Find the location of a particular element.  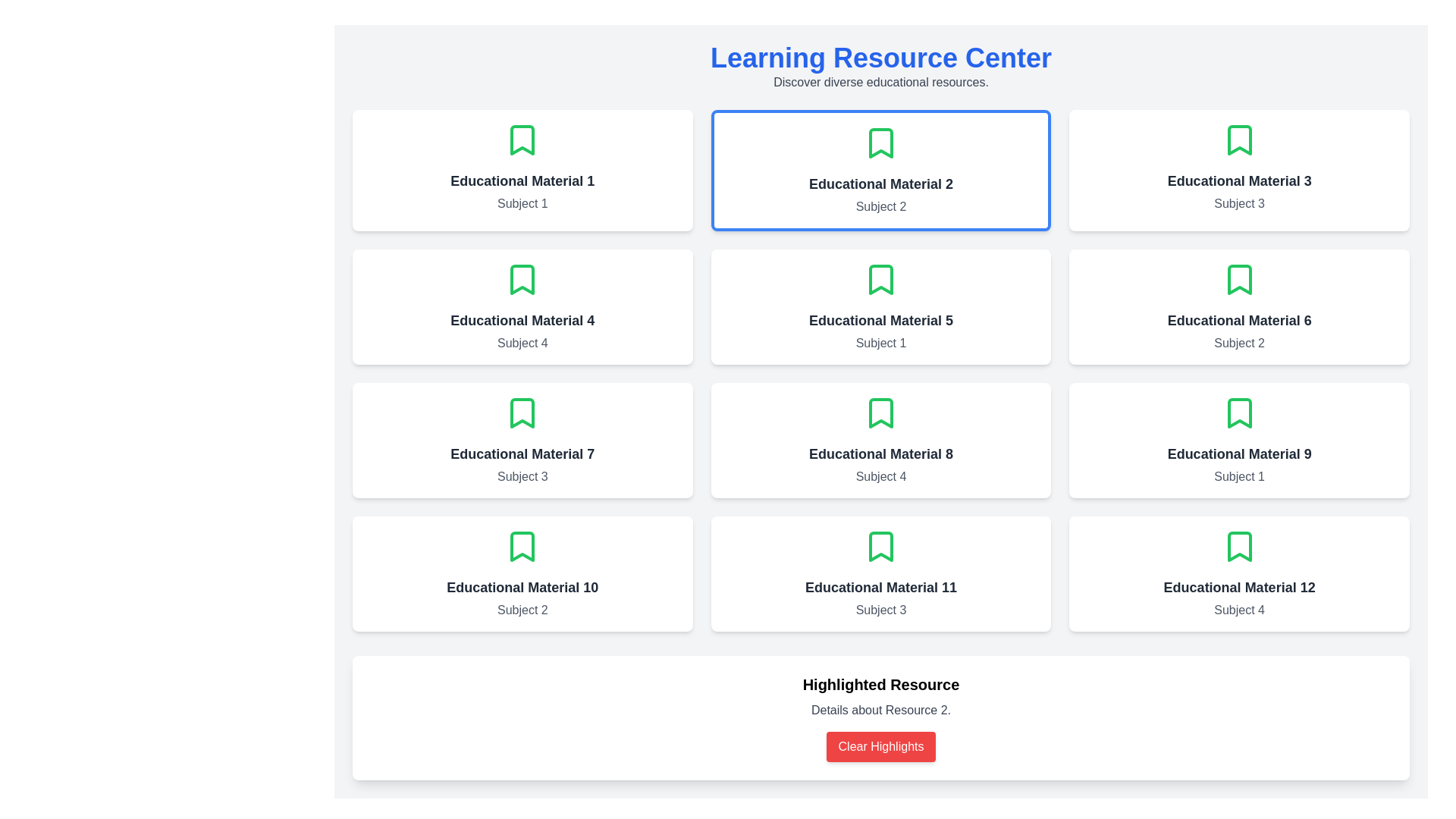

the green bookmark icon located at the top-center of the 'Educational Material 5' card, which is in the second row and fourth column of the grid layout is located at coordinates (880, 280).